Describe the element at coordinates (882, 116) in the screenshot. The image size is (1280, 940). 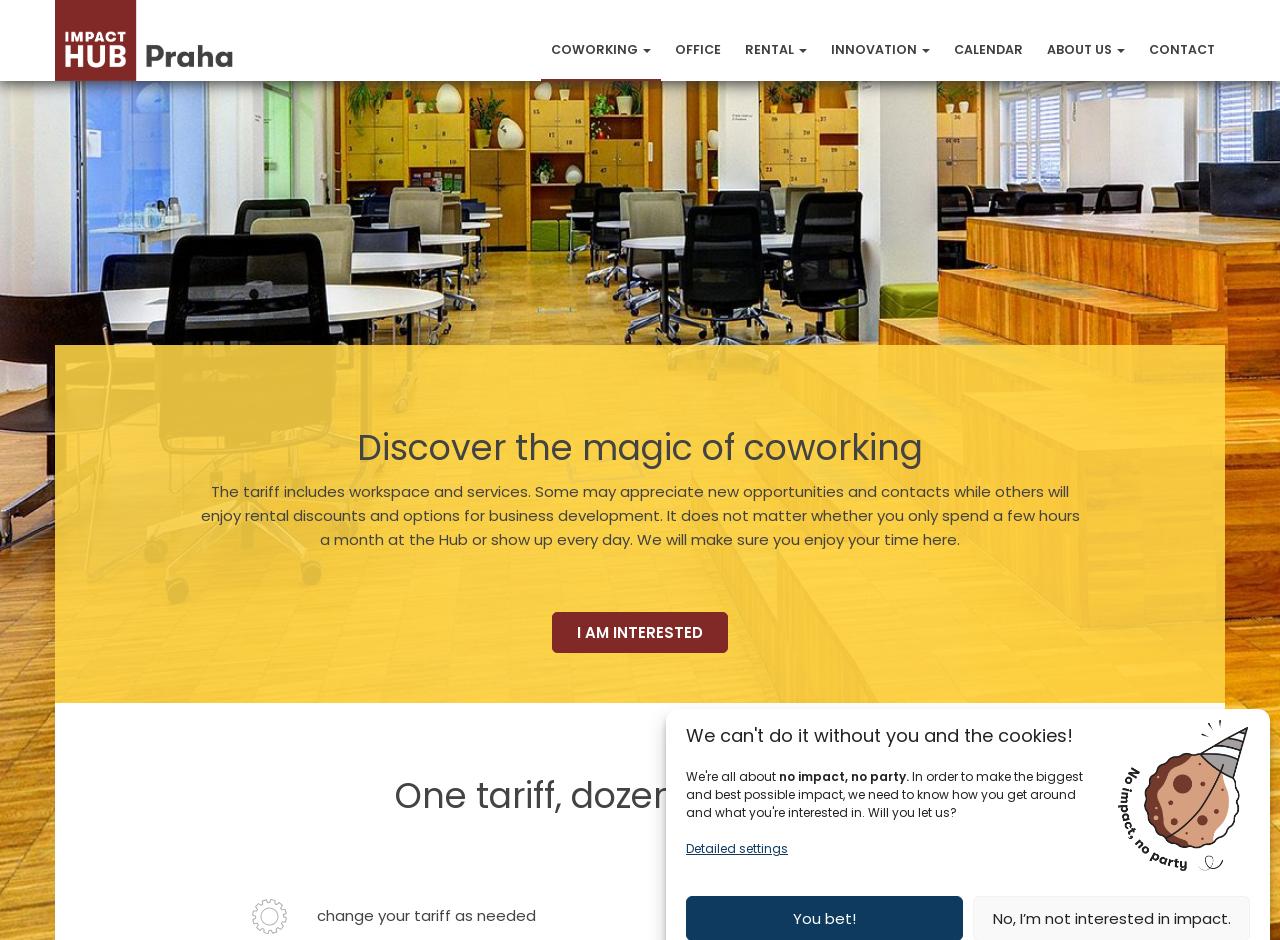
I see `'Acceleration'` at that location.